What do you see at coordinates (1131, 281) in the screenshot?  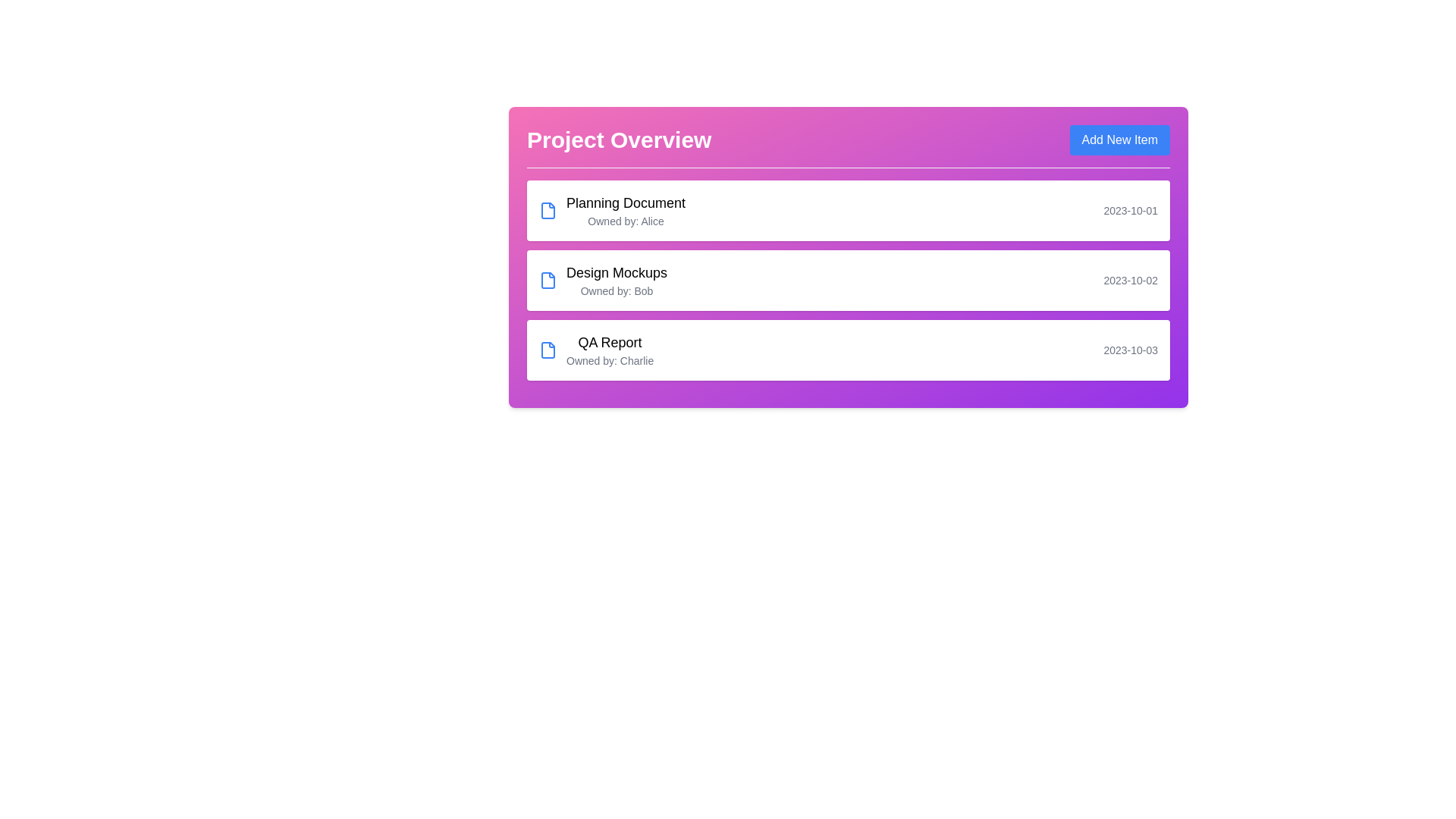 I see `the static text label that indicates the date associated with the entry in the 'Design Mockups' section, located at the right end of the block labeled 'Owned by: Bob'` at bounding box center [1131, 281].